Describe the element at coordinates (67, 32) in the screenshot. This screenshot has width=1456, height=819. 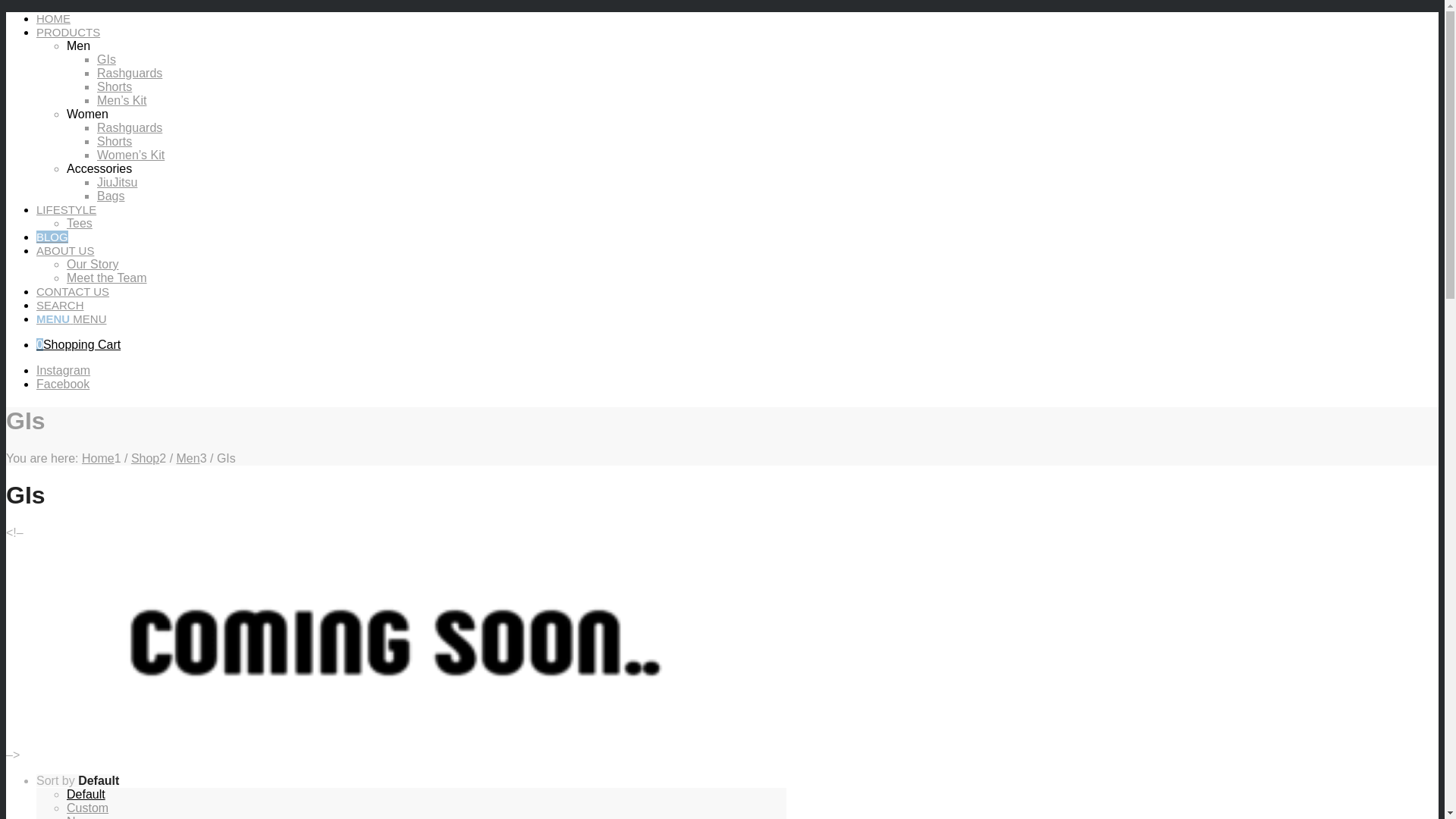
I see `'PRODUCTS'` at that location.